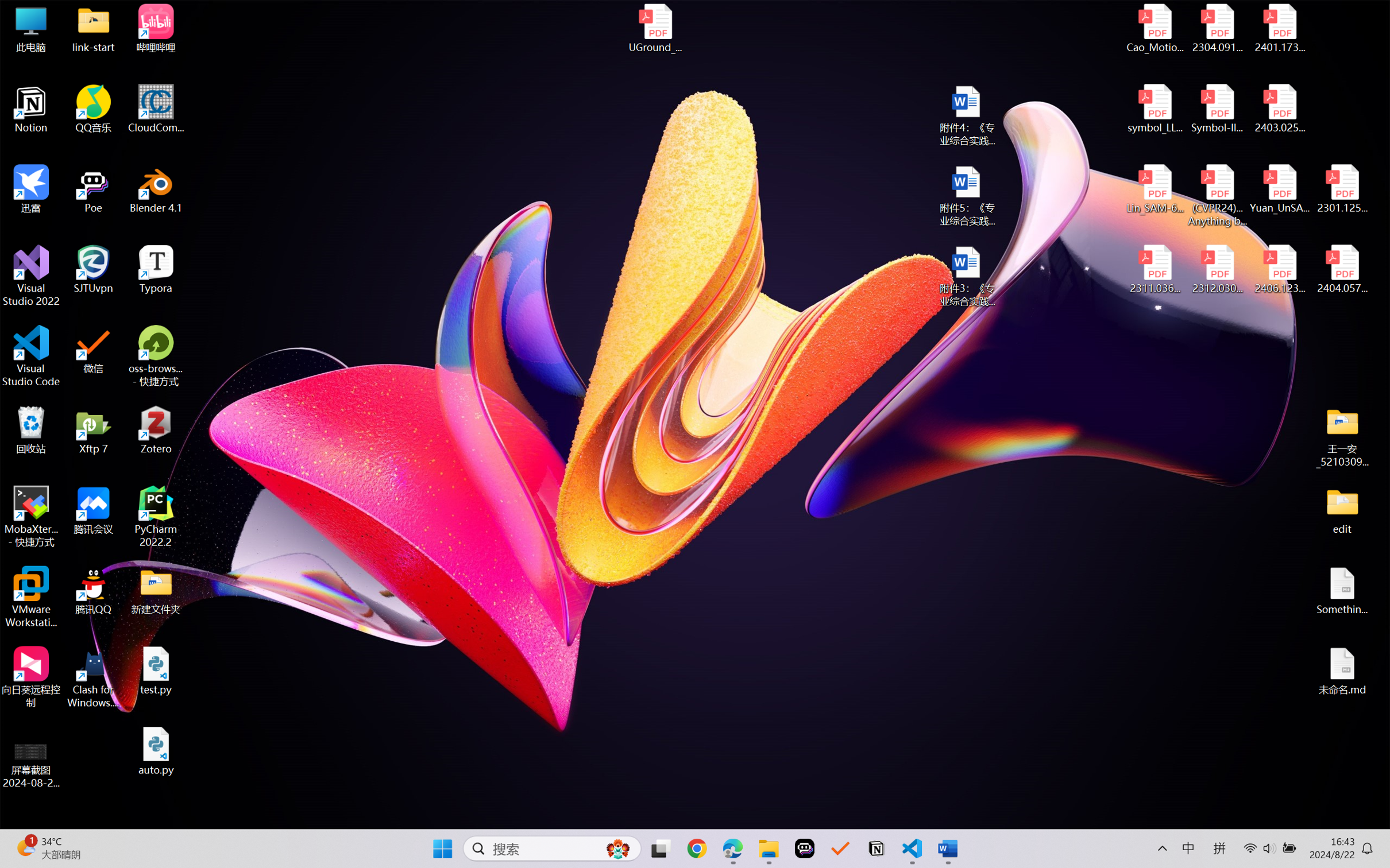 The image size is (1390, 868). What do you see at coordinates (1217, 28) in the screenshot?
I see `'2304.09121v3.pdf'` at bounding box center [1217, 28].